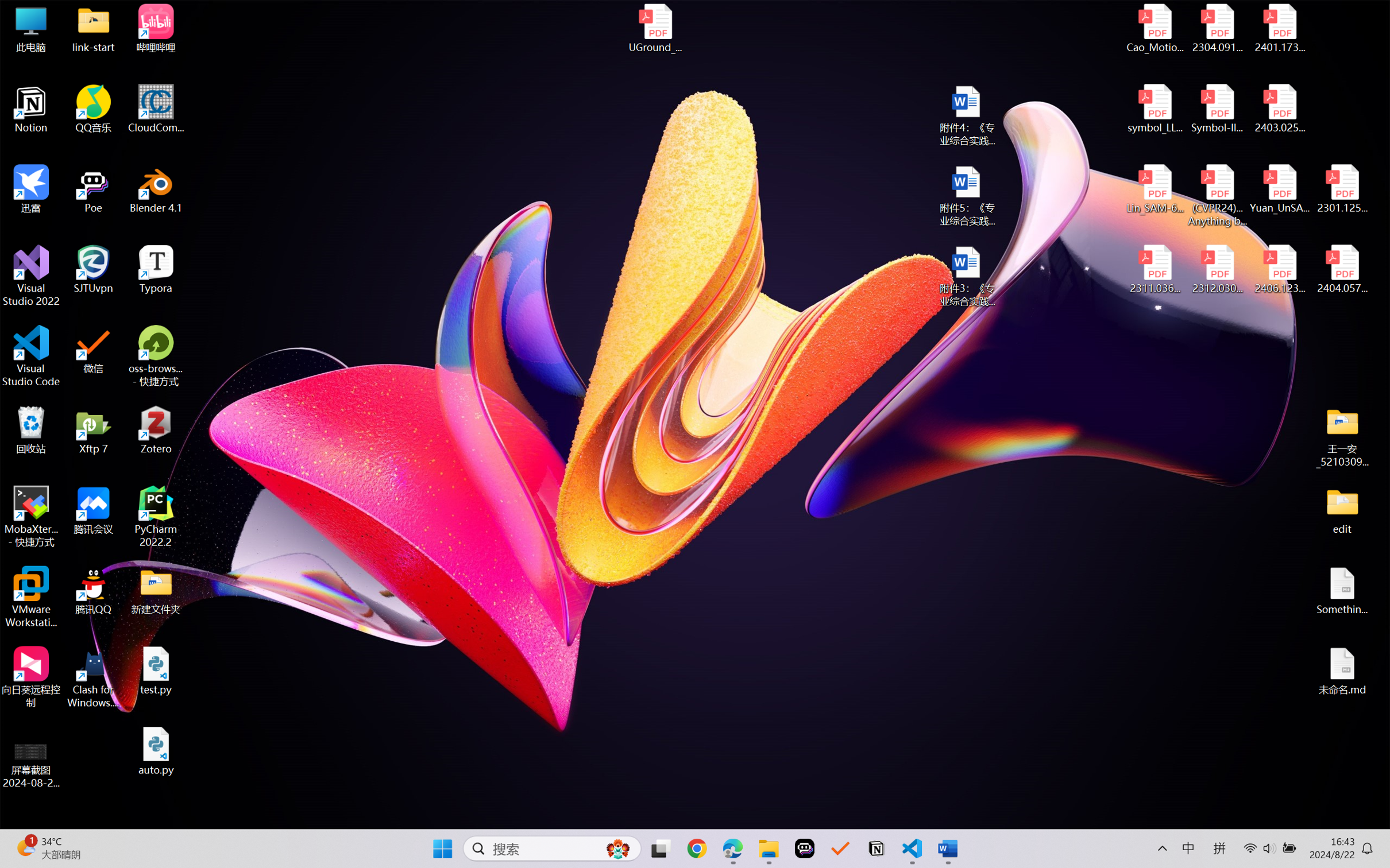 The image size is (1390, 868). What do you see at coordinates (1217, 28) in the screenshot?
I see `'2304.09121v3.pdf'` at bounding box center [1217, 28].